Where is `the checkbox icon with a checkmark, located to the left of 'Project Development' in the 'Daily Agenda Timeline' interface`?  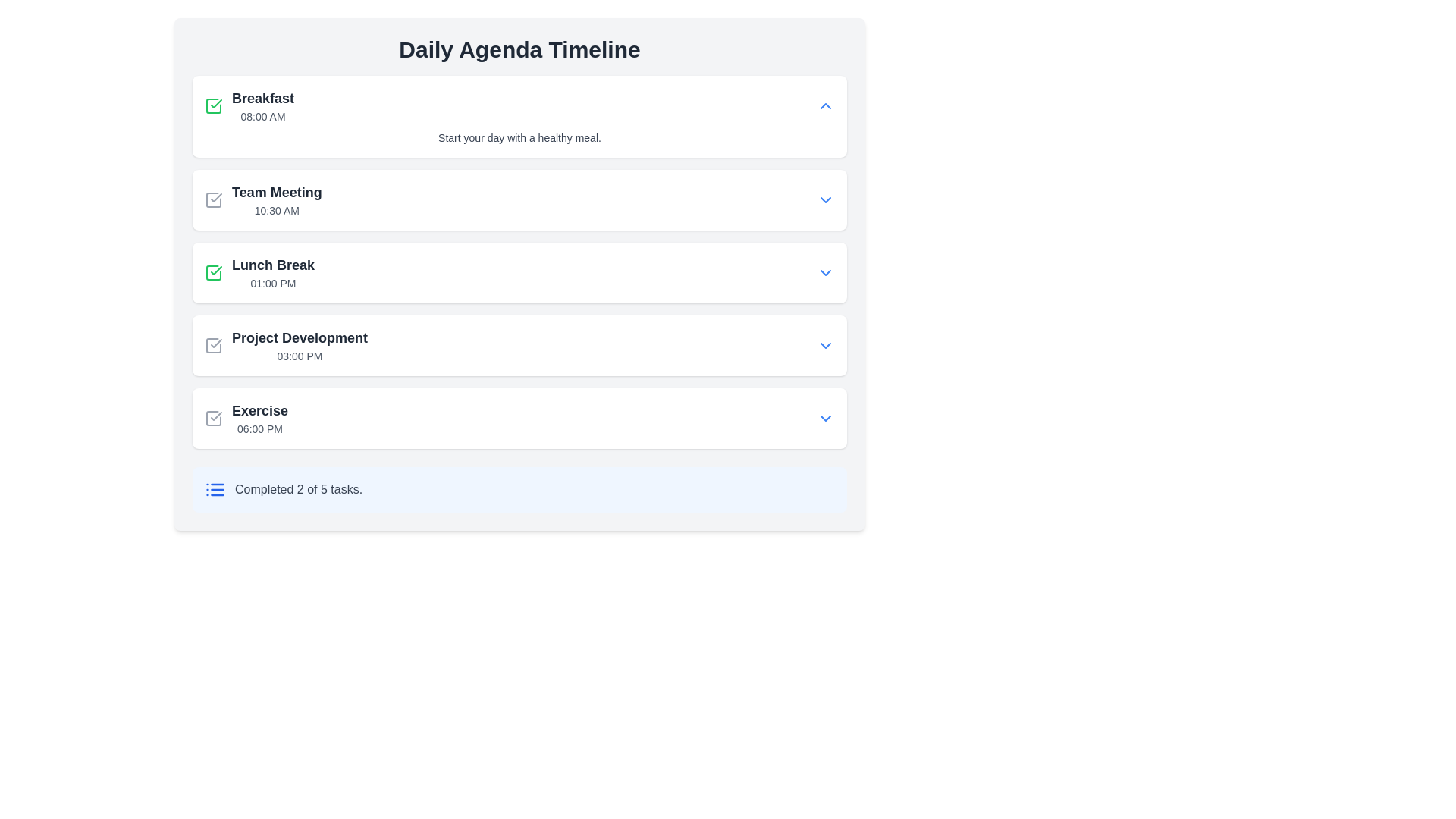
the checkbox icon with a checkmark, located to the left of 'Project Development' in the 'Daily Agenda Timeline' interface is located at coordinates (213, 345).